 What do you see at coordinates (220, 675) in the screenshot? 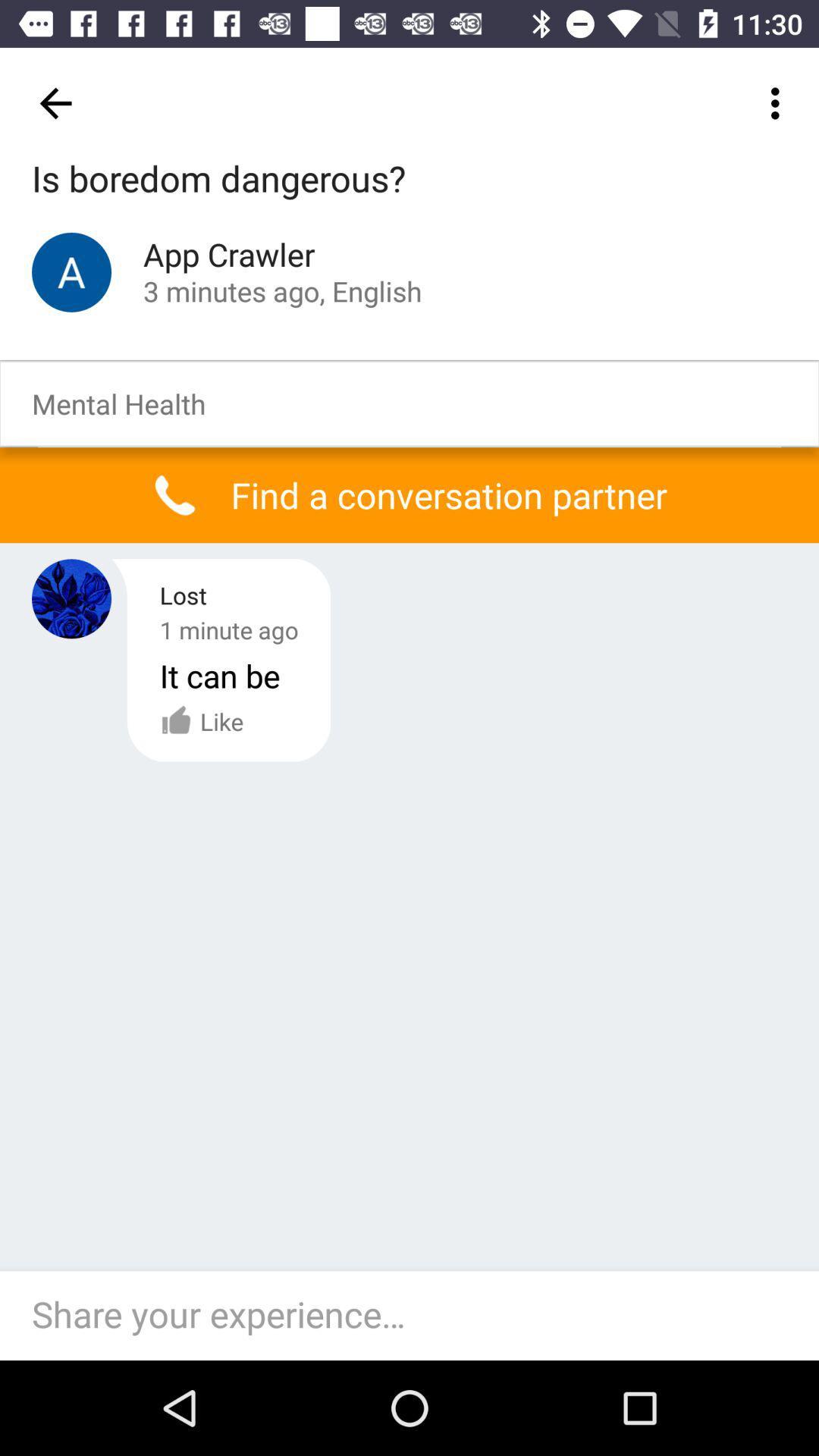
I see `the it can be icon` at bounding box center [220, 675].